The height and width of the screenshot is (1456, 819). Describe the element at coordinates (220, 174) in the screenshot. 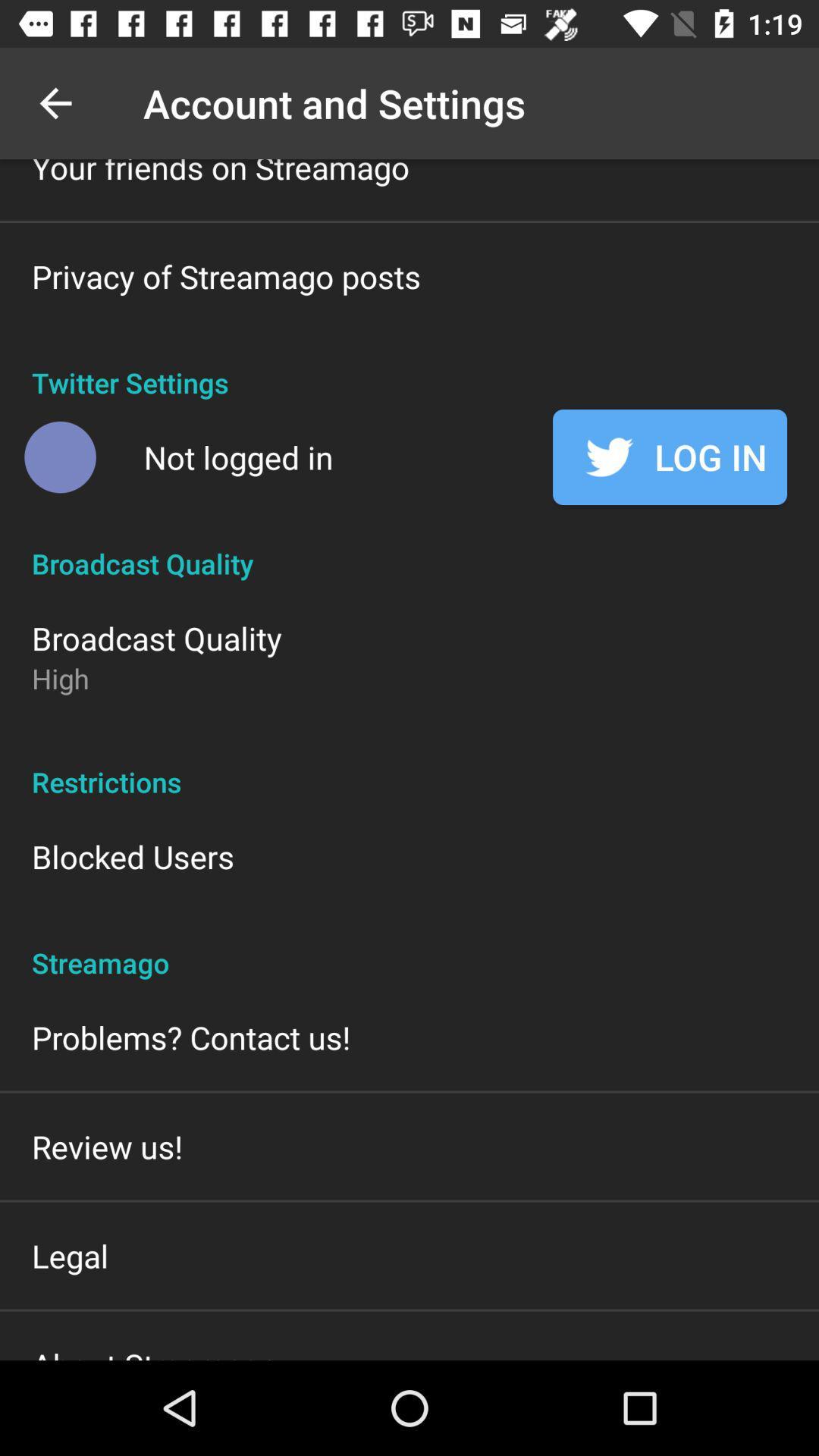

I see `the your friends on` at that location.